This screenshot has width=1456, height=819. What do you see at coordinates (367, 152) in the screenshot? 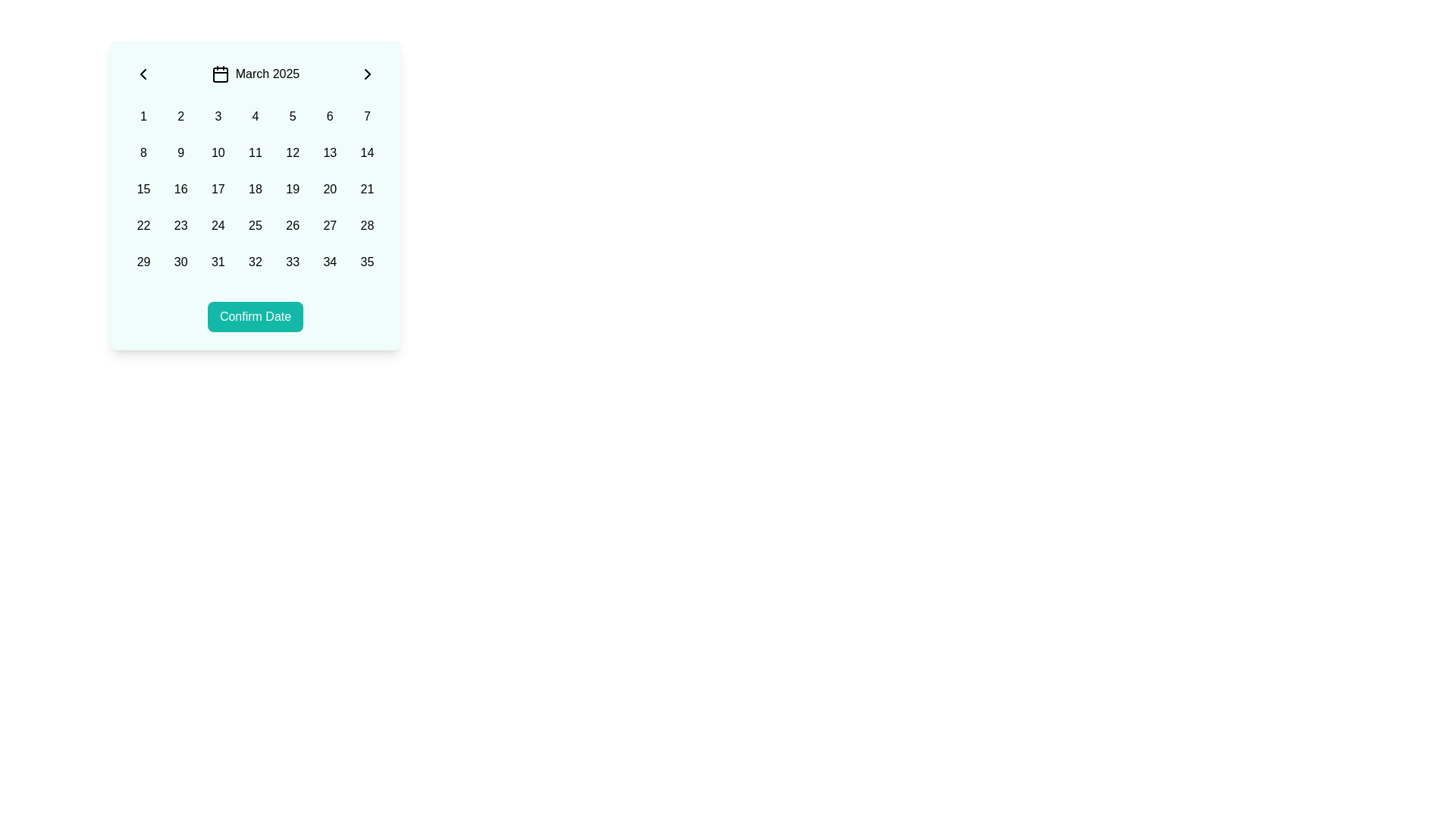
I see `the button displaying '14' in the second row, last column of the grid` at bounding box center [367, 152].